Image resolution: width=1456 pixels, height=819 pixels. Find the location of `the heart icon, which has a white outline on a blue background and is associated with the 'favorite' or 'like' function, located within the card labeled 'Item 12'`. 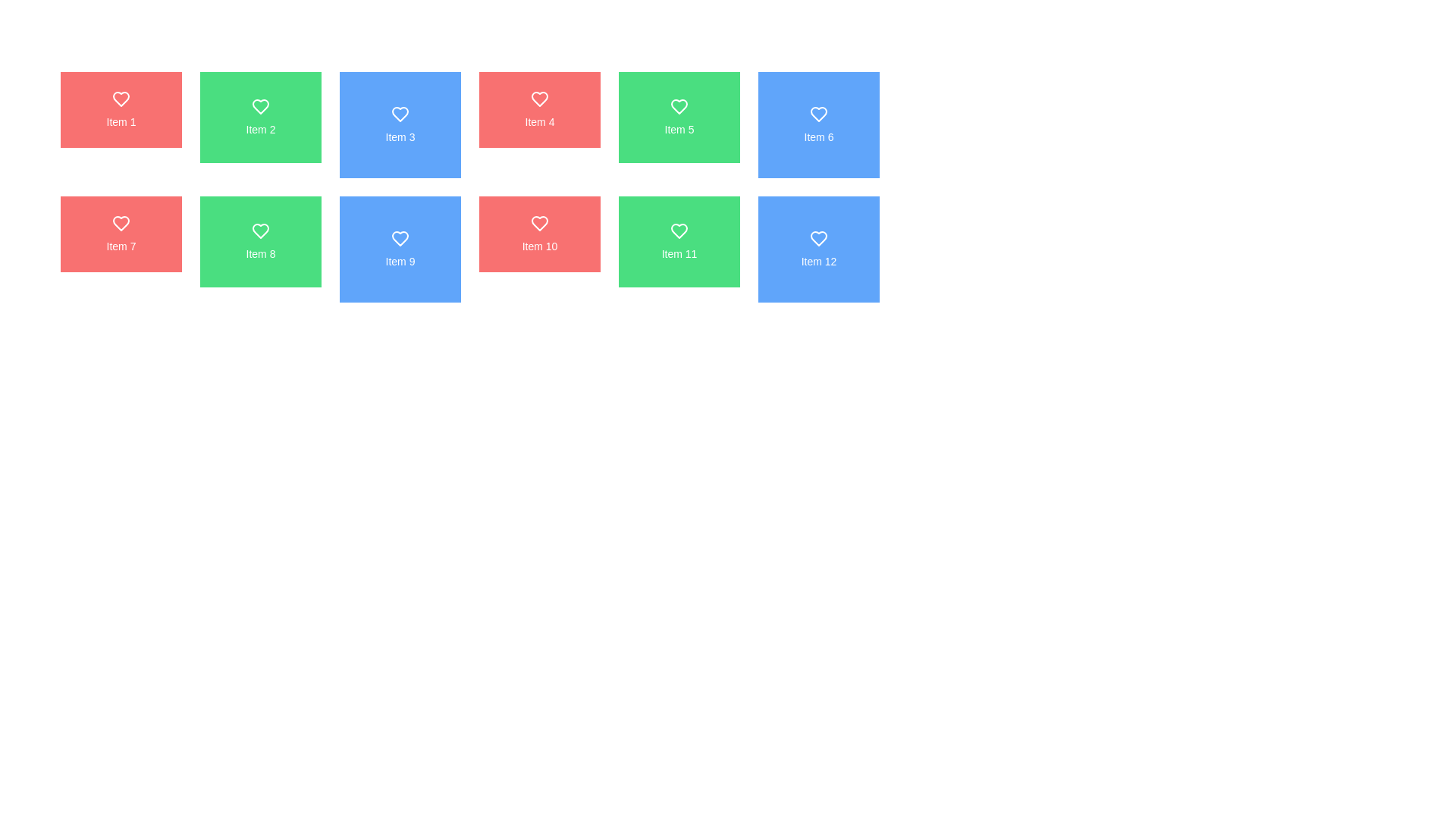

the heart icon, which has a white outline on a blue background and is associated with the 'favorite' or 'like' function, located within the card labeled 'Item 12' is located at coordinates (818, 239).